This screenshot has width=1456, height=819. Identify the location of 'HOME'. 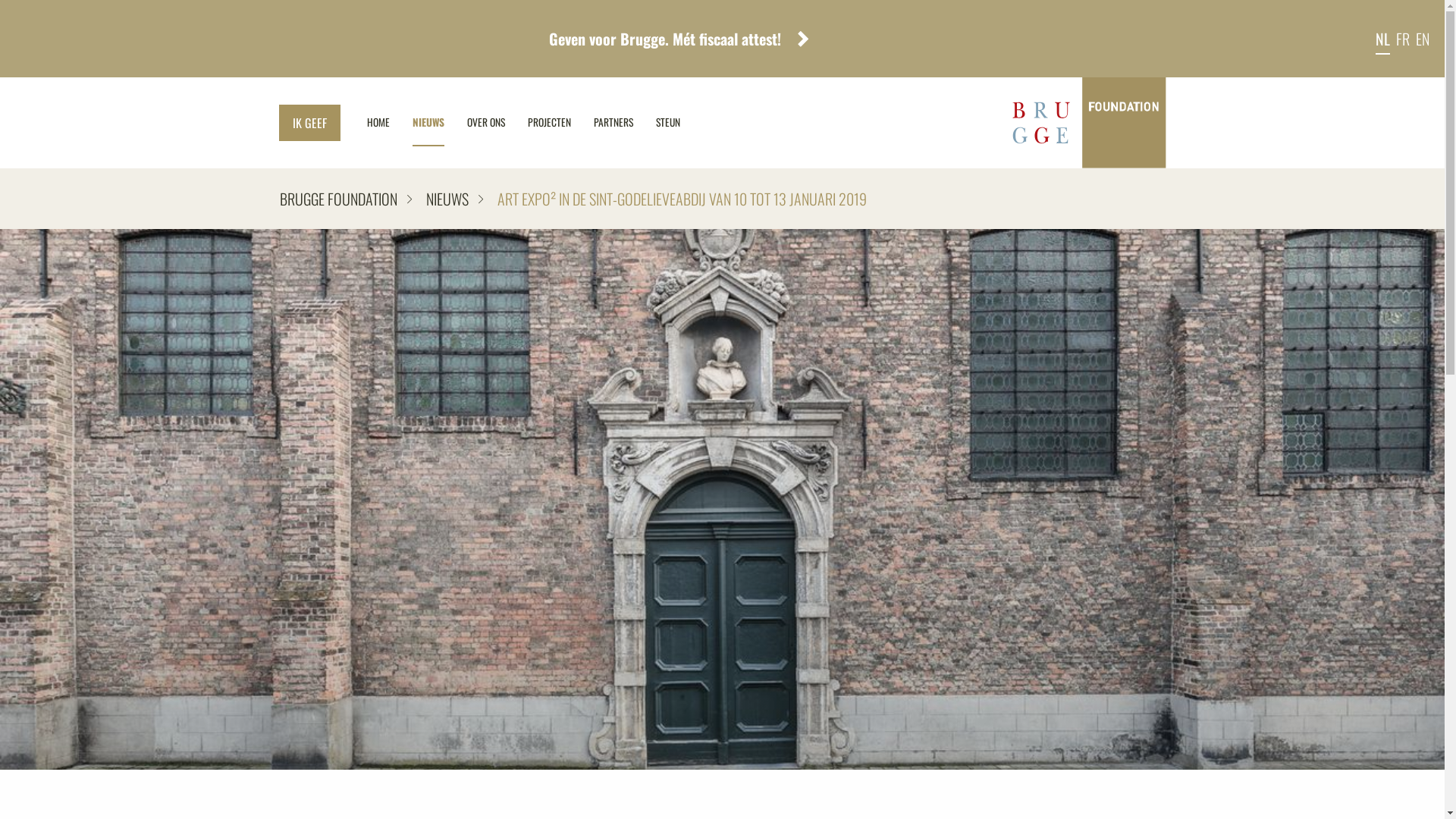
(353, 122).